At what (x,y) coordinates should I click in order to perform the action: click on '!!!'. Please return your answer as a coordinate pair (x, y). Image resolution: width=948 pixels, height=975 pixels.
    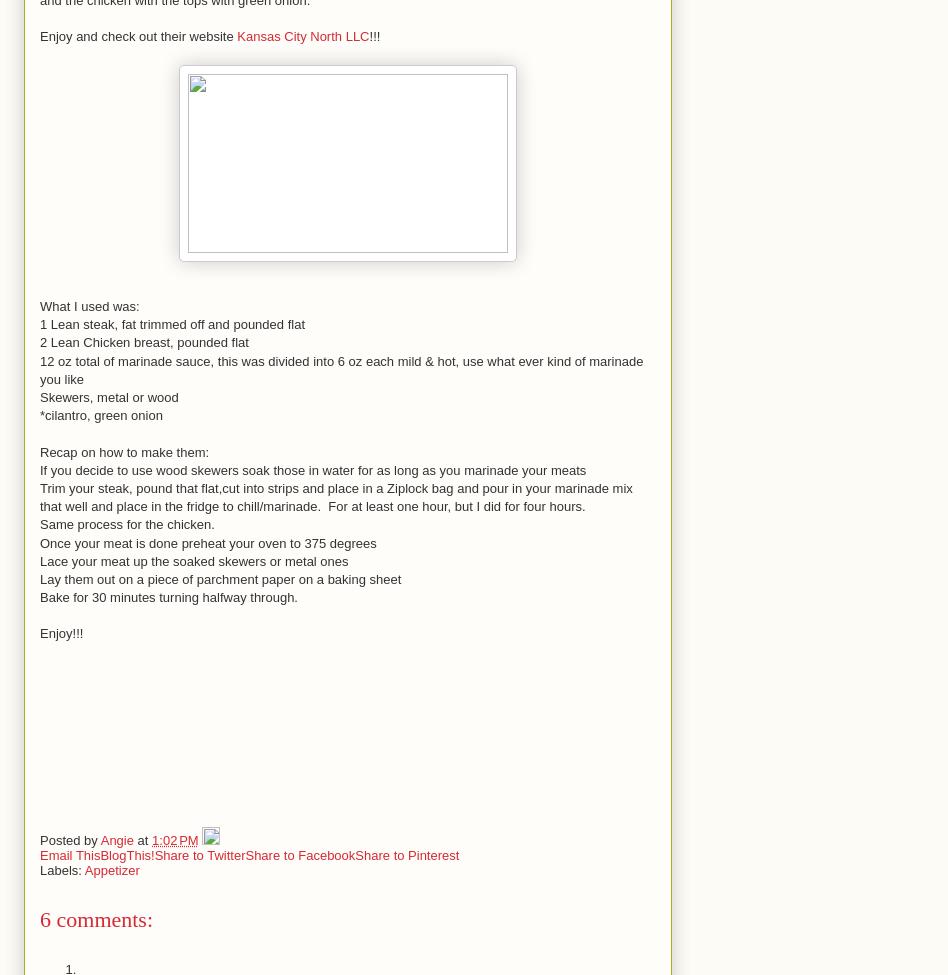
    Looking at the image, I should click on (367, 36).